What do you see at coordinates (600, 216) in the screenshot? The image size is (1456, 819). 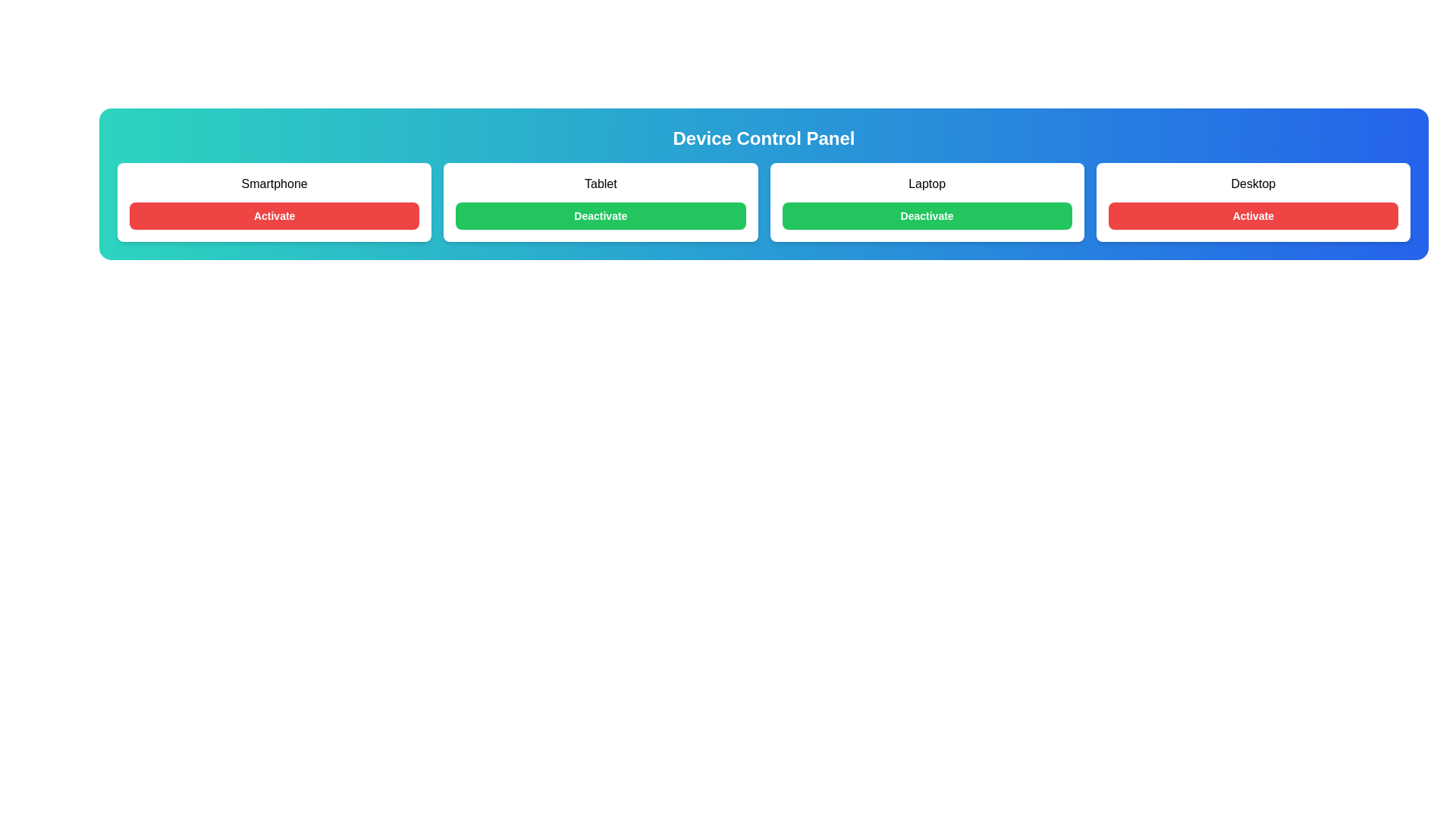 I see `the button for Tablet to observe the hover effect` at bounding box center [600, 216].